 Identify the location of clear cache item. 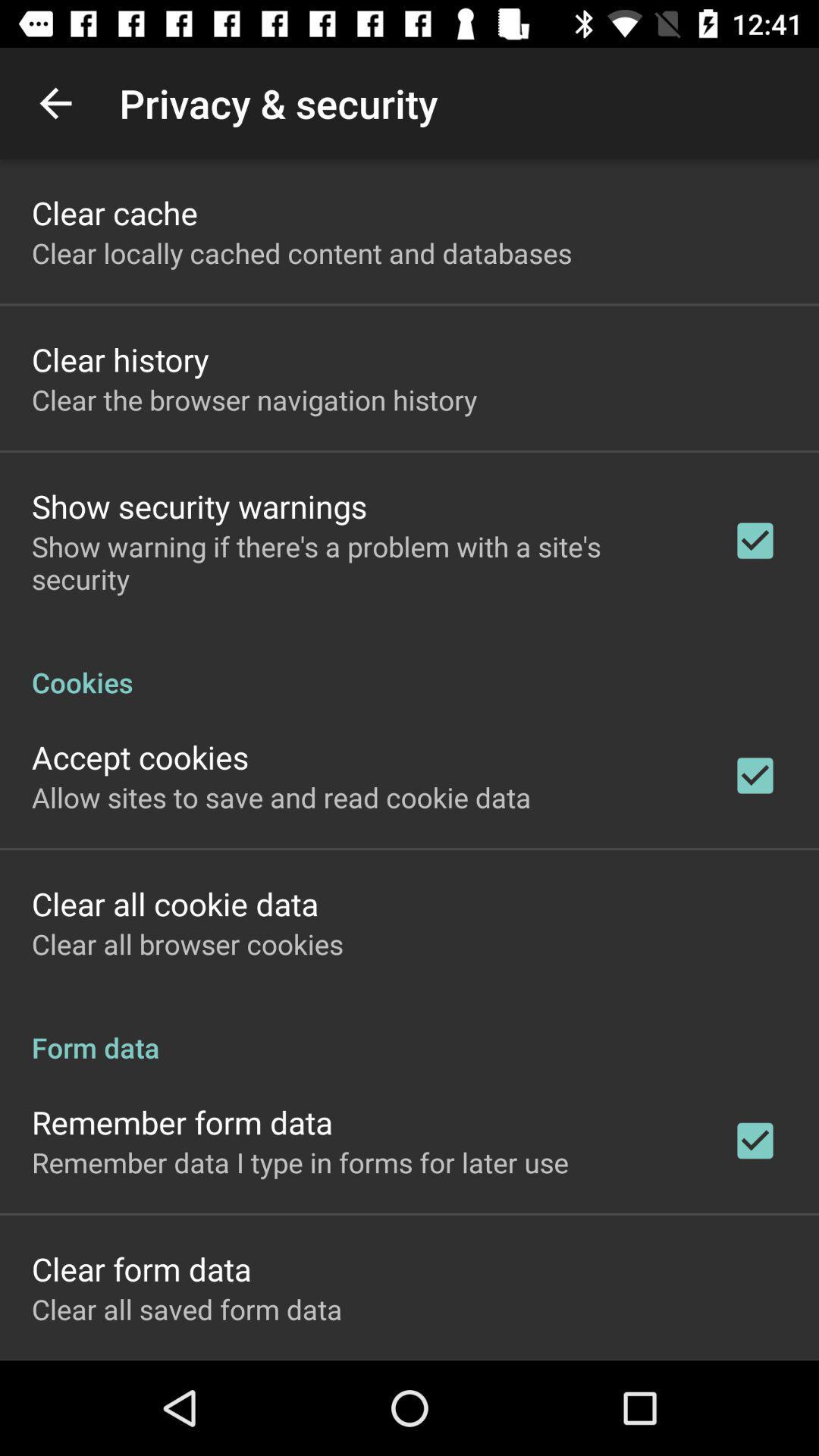
(114, 212).